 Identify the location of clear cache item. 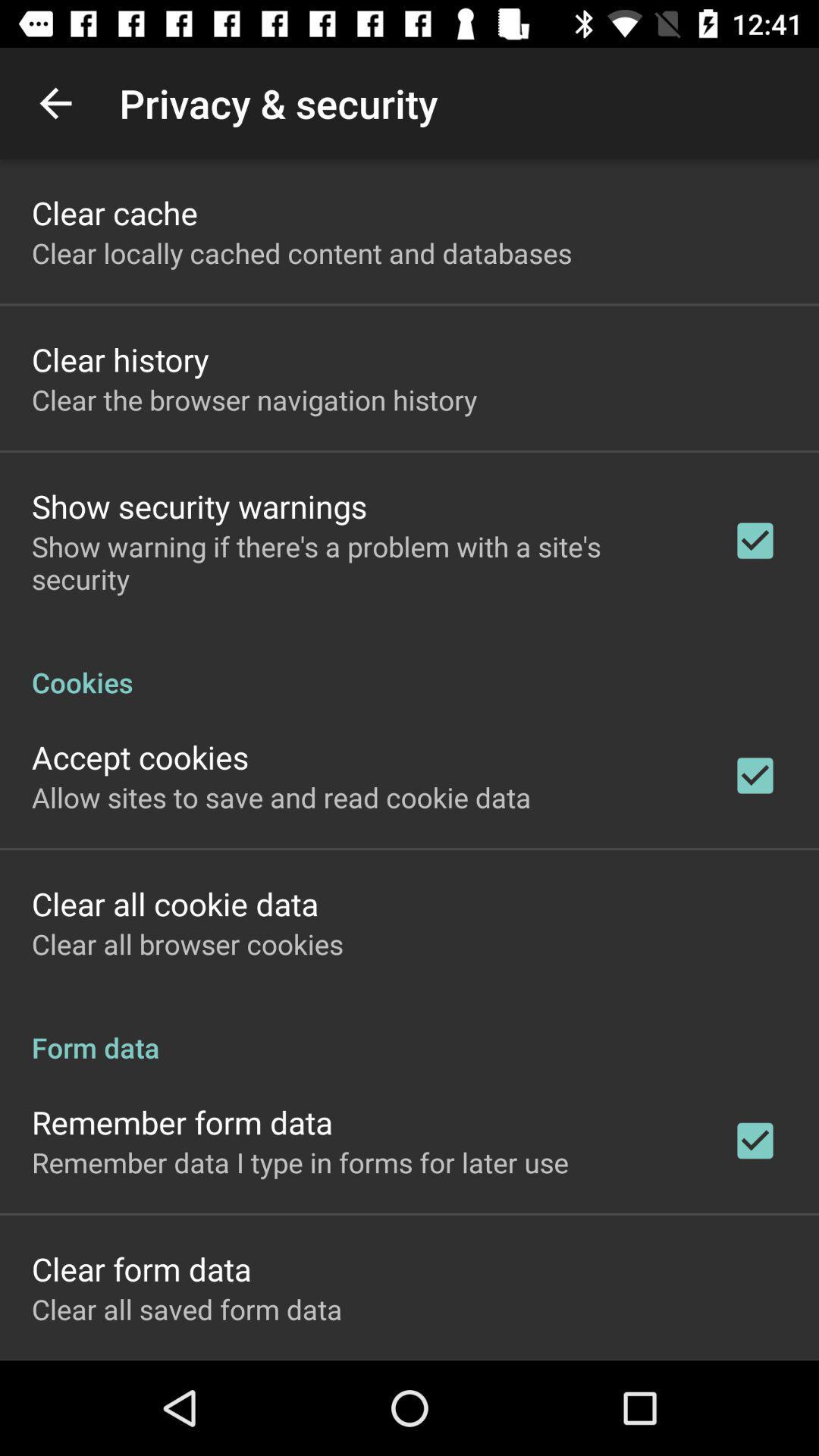
(114, 212).